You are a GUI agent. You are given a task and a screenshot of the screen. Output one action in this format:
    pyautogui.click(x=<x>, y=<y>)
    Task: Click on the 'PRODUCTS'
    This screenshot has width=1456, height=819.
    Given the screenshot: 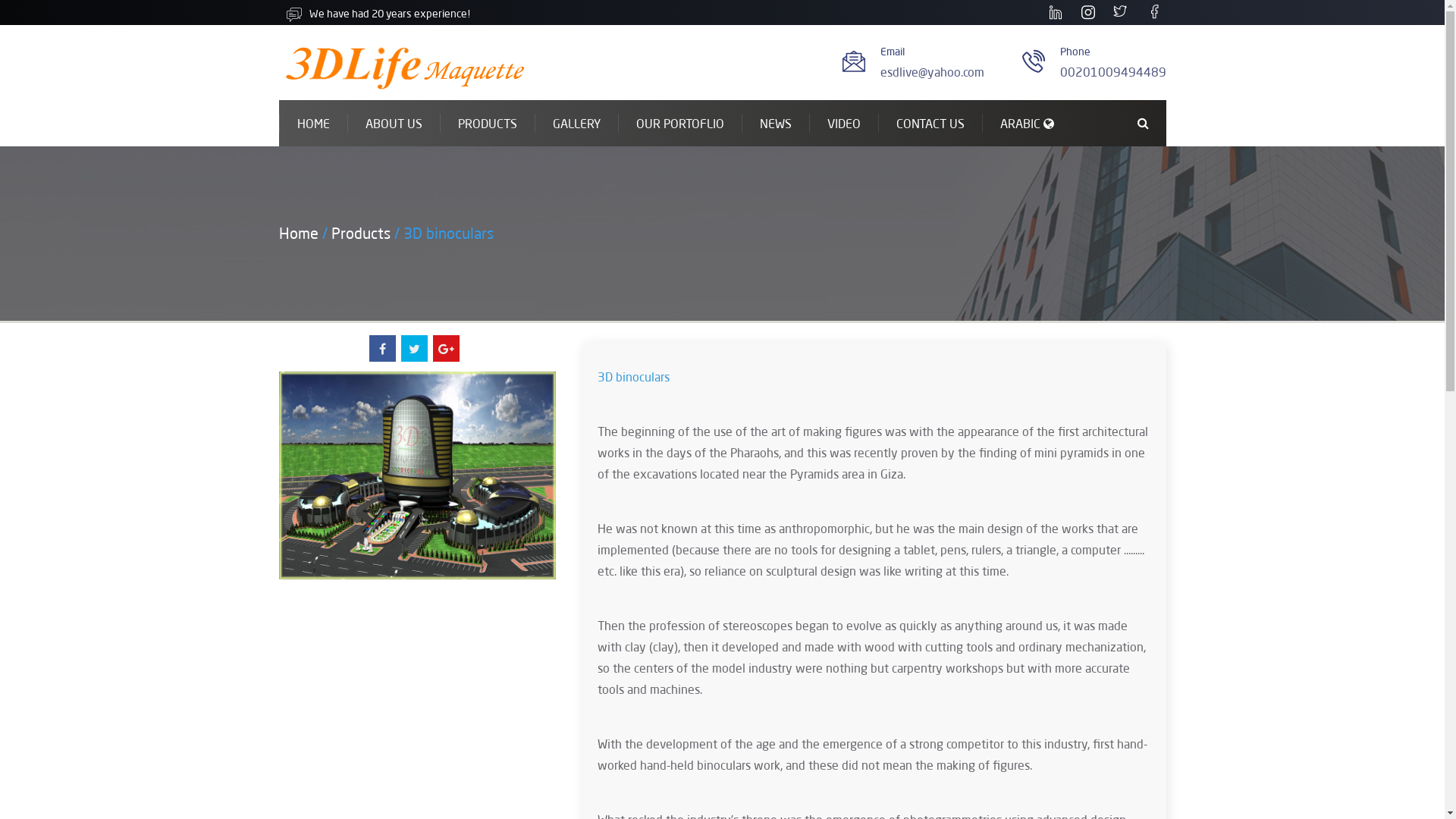 What is the action you would take?
    pyautogui.click(x=487, y=122)
    